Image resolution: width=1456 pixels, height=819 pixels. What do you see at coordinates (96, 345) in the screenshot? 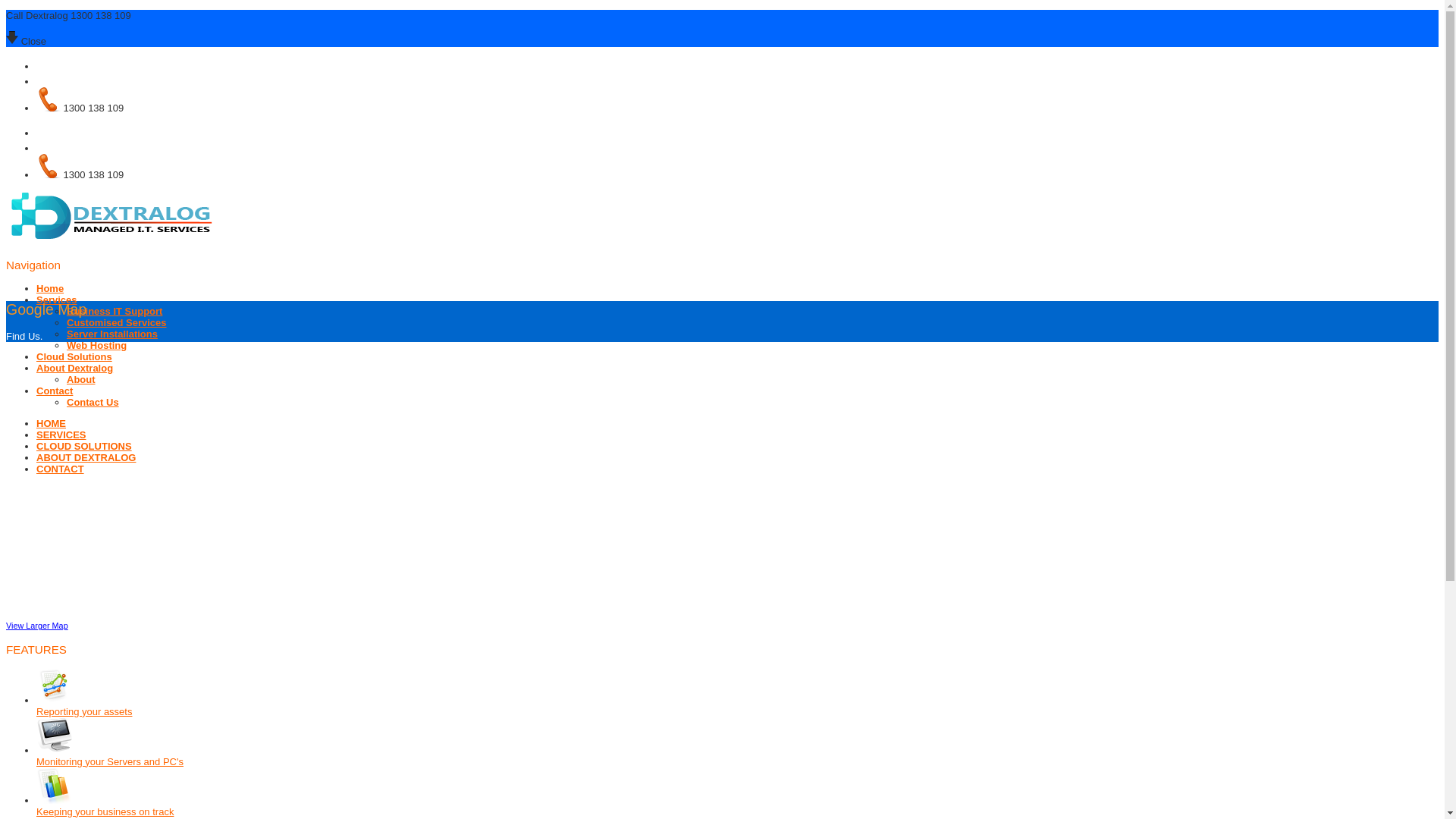
I see `'Web Hosting'` at bounding box center [96, 345].